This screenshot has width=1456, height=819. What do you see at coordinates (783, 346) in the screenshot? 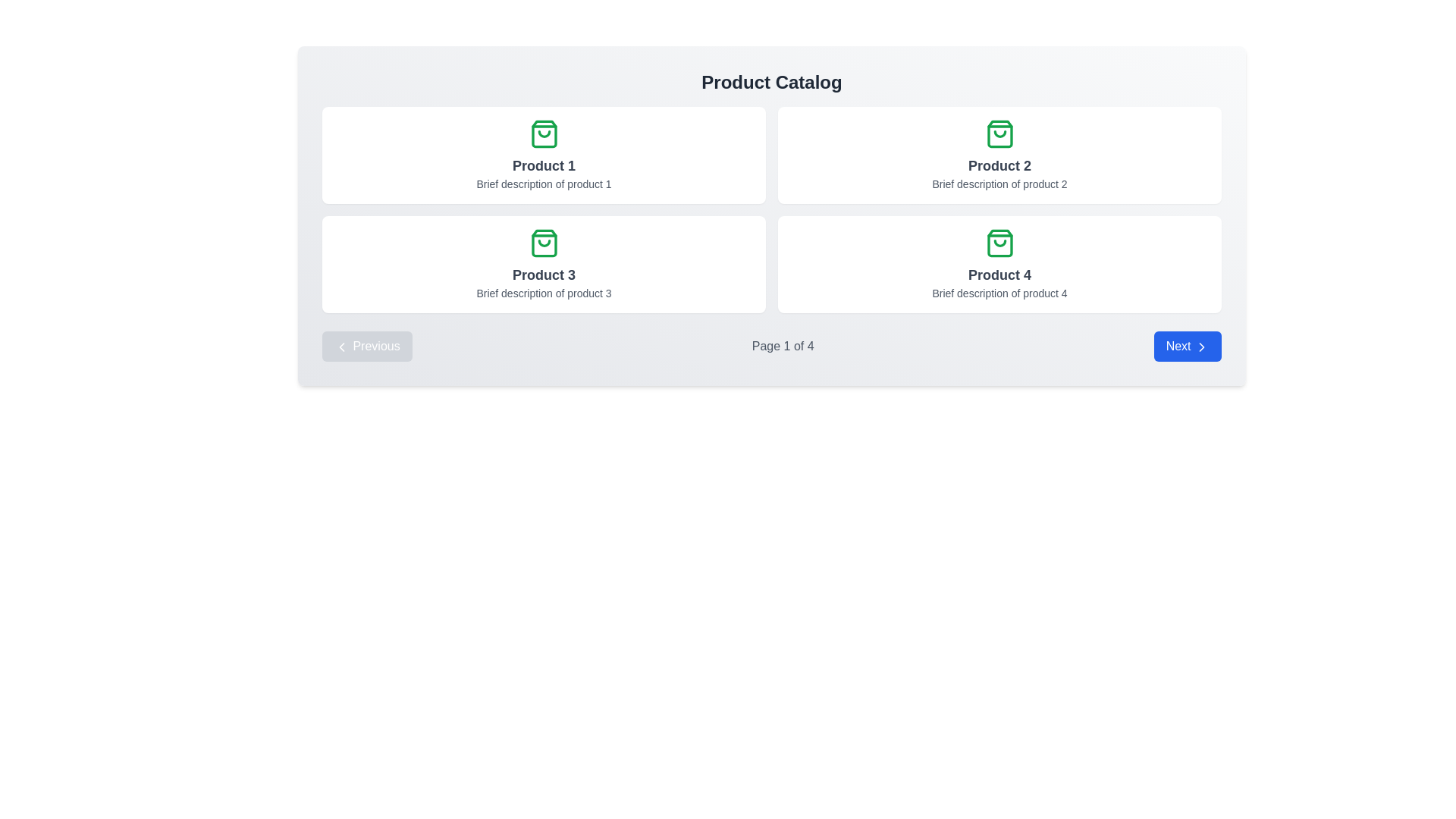
I see `the text label displaying 'Page 1 of 4' in gray color, which is located in the center of the navigation bar between the 'Previous' and 'Next' buttons` at bounding box center [783, 346].